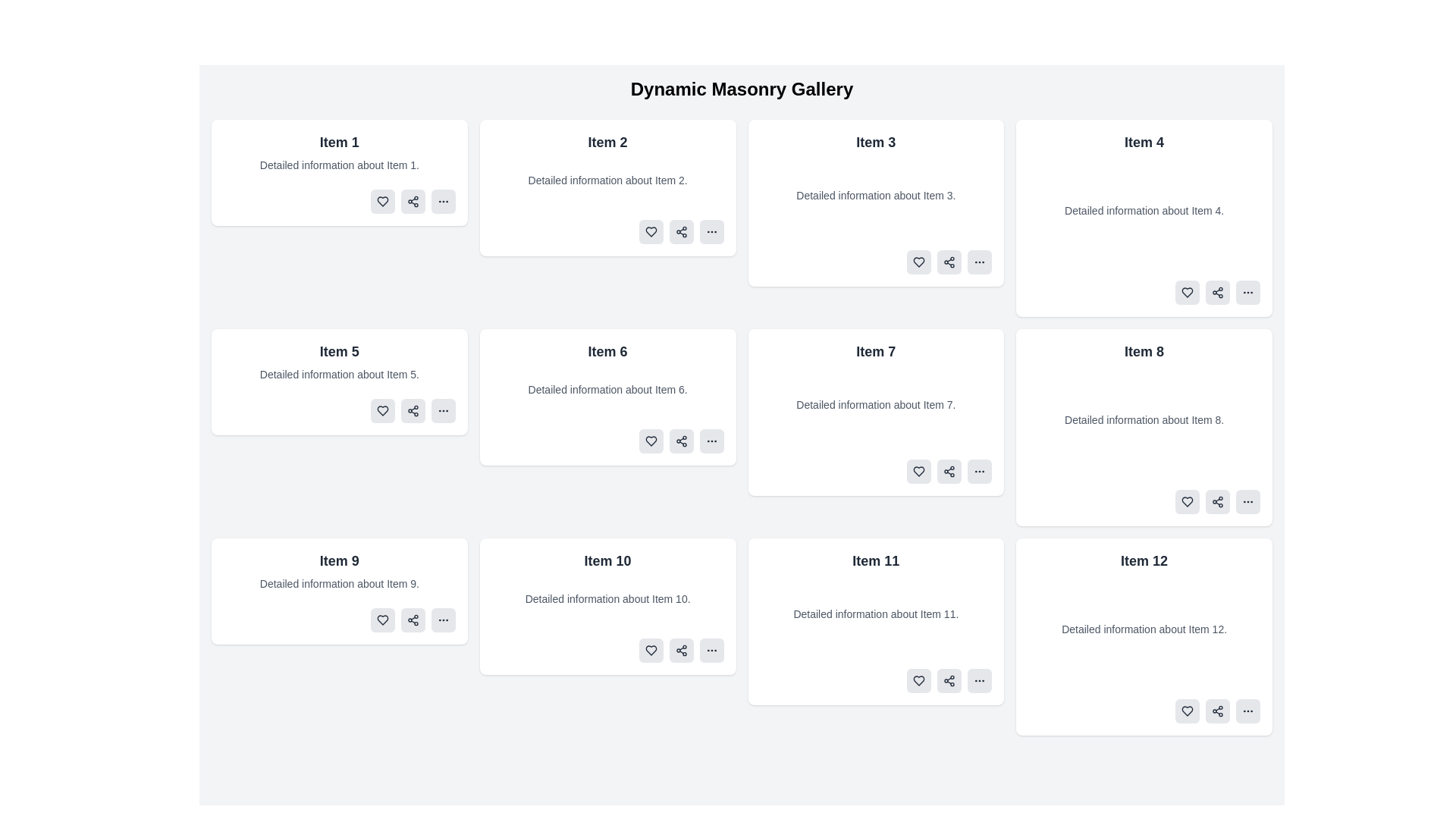 The width and height of the screenshot is (1456, 819). Describe the element at coordinates (949, 262) in the screenshot. I see `the share icon button located at the centered-rightmost position within the 'Item 3' card` at that location.